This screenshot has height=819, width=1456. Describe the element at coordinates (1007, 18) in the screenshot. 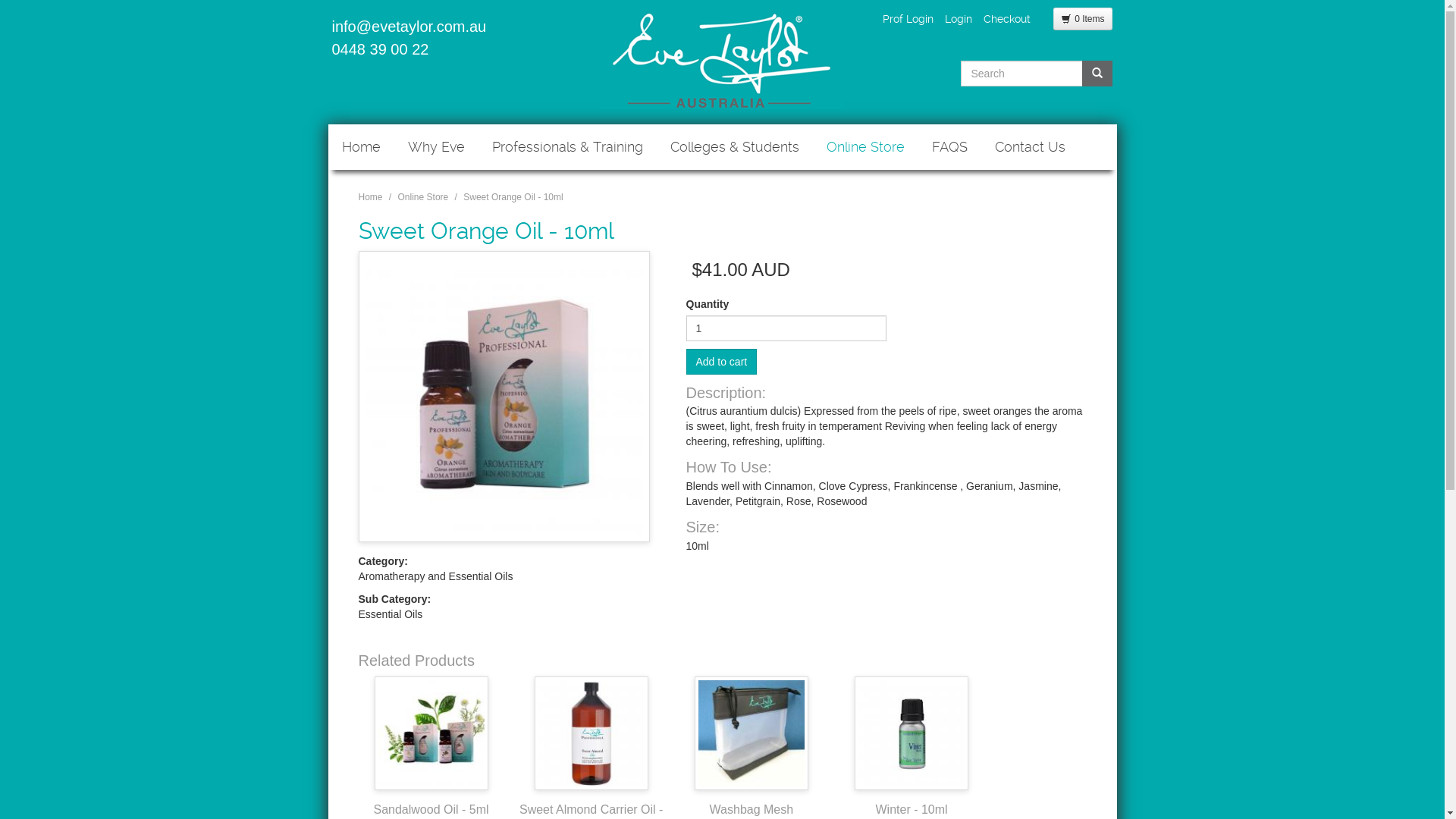

I see `'Checkout'` at that location.